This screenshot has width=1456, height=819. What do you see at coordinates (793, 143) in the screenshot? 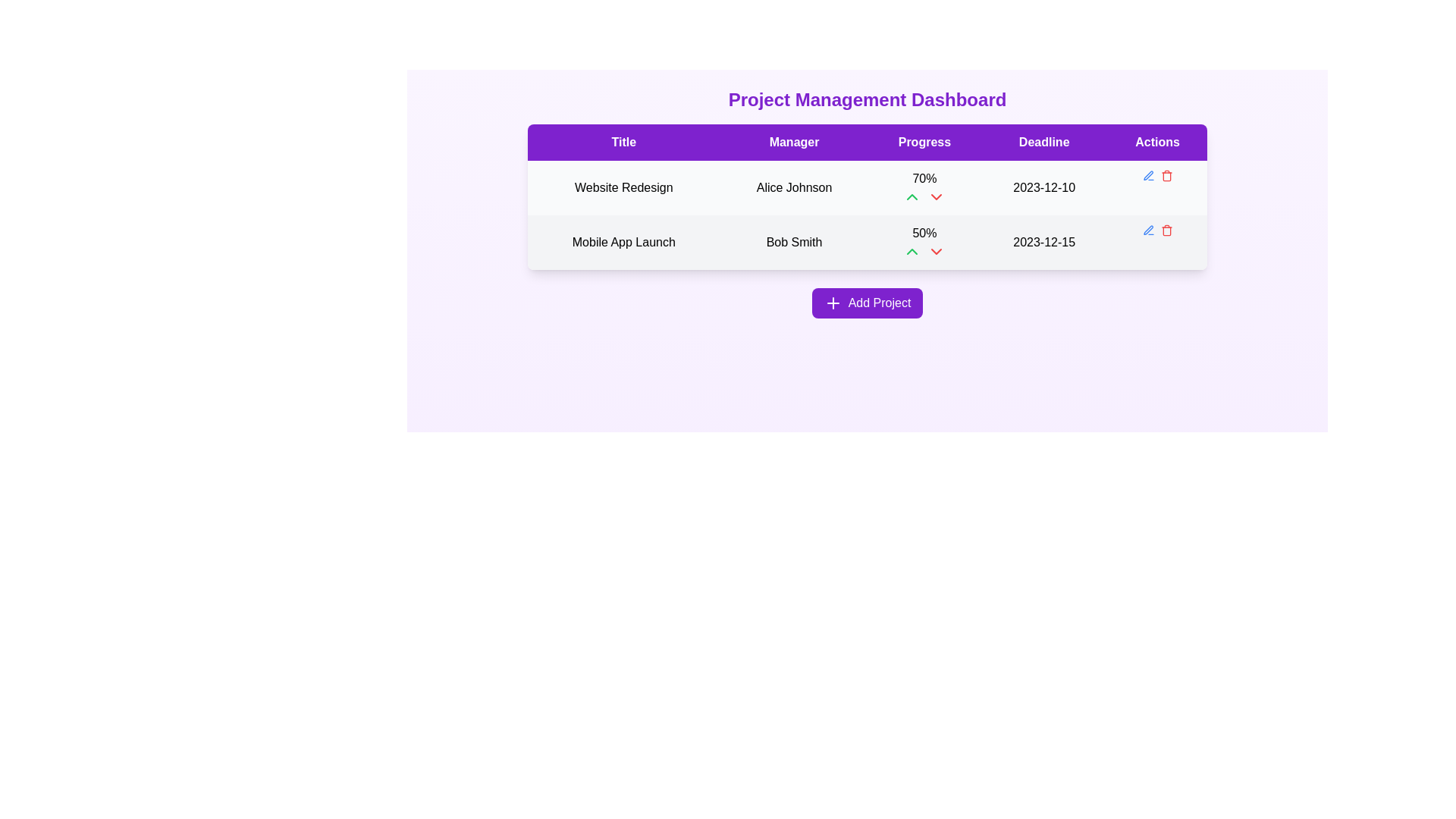
I see `text label indicating 'Manager' in the second column header of the table under the 'Project Management Dashboard'` at bounding box center [793, 143].